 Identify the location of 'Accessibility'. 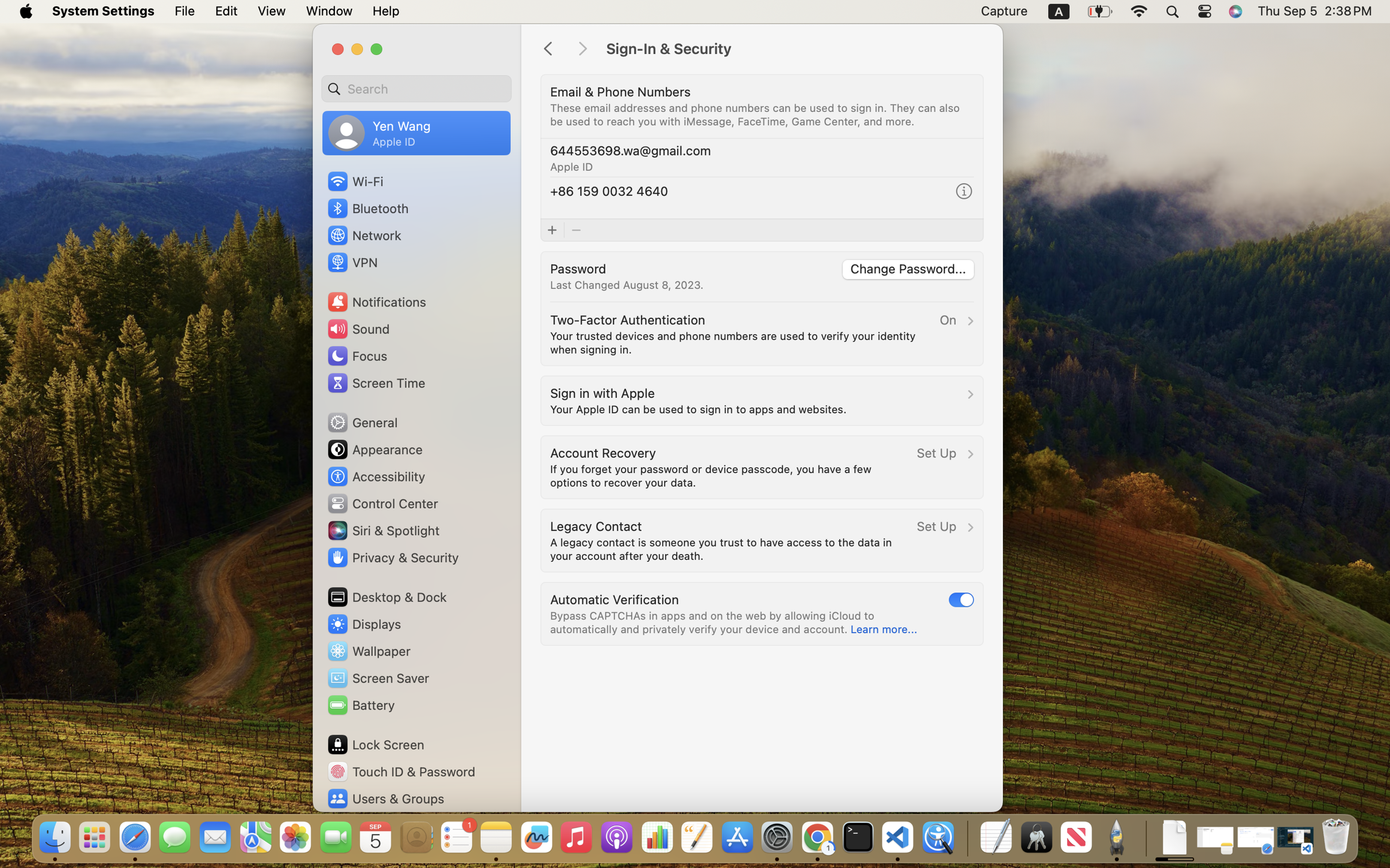
(376, 476).